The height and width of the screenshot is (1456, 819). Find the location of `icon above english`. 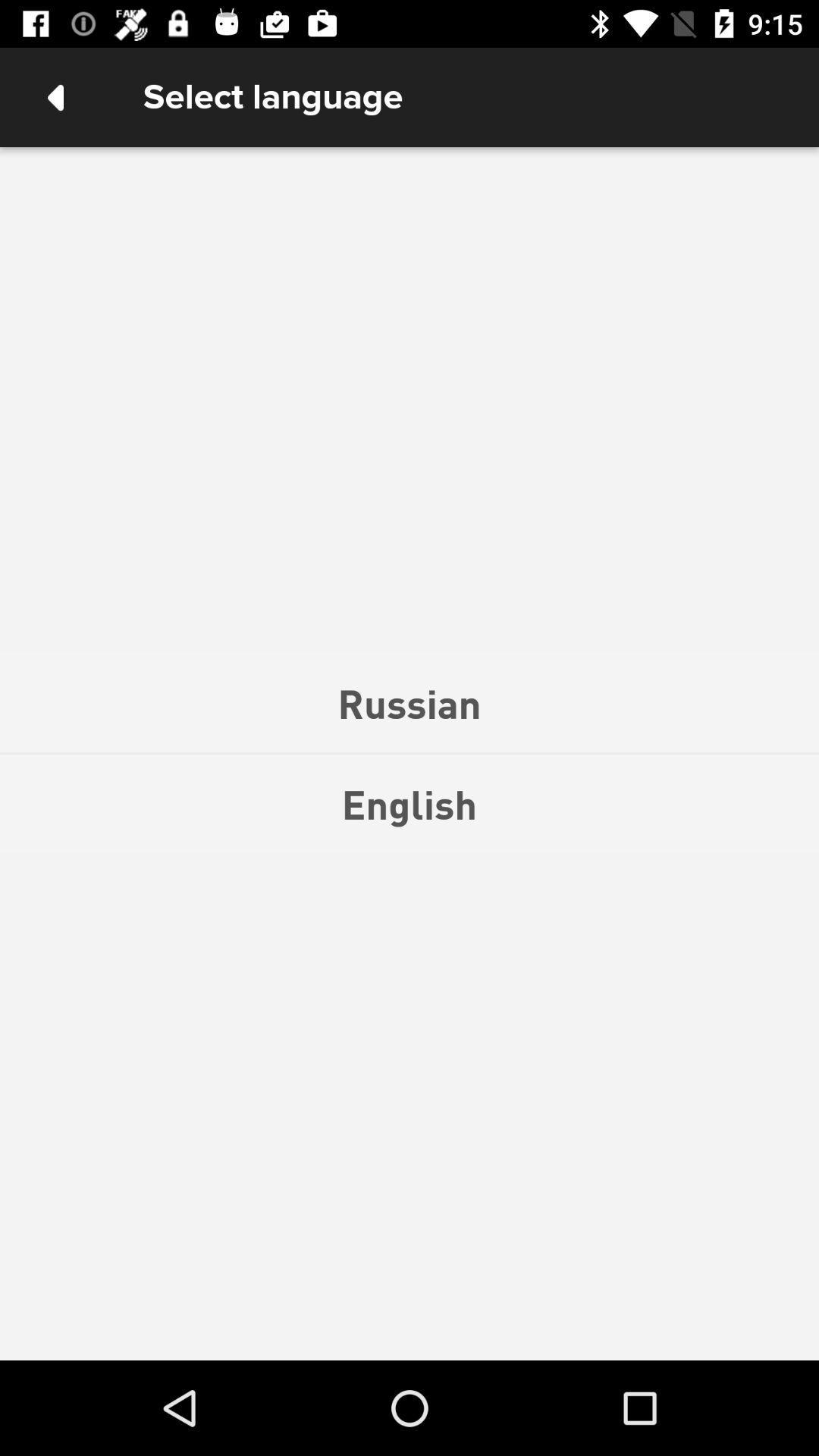

icon above english is located at coordinates (409, 702).